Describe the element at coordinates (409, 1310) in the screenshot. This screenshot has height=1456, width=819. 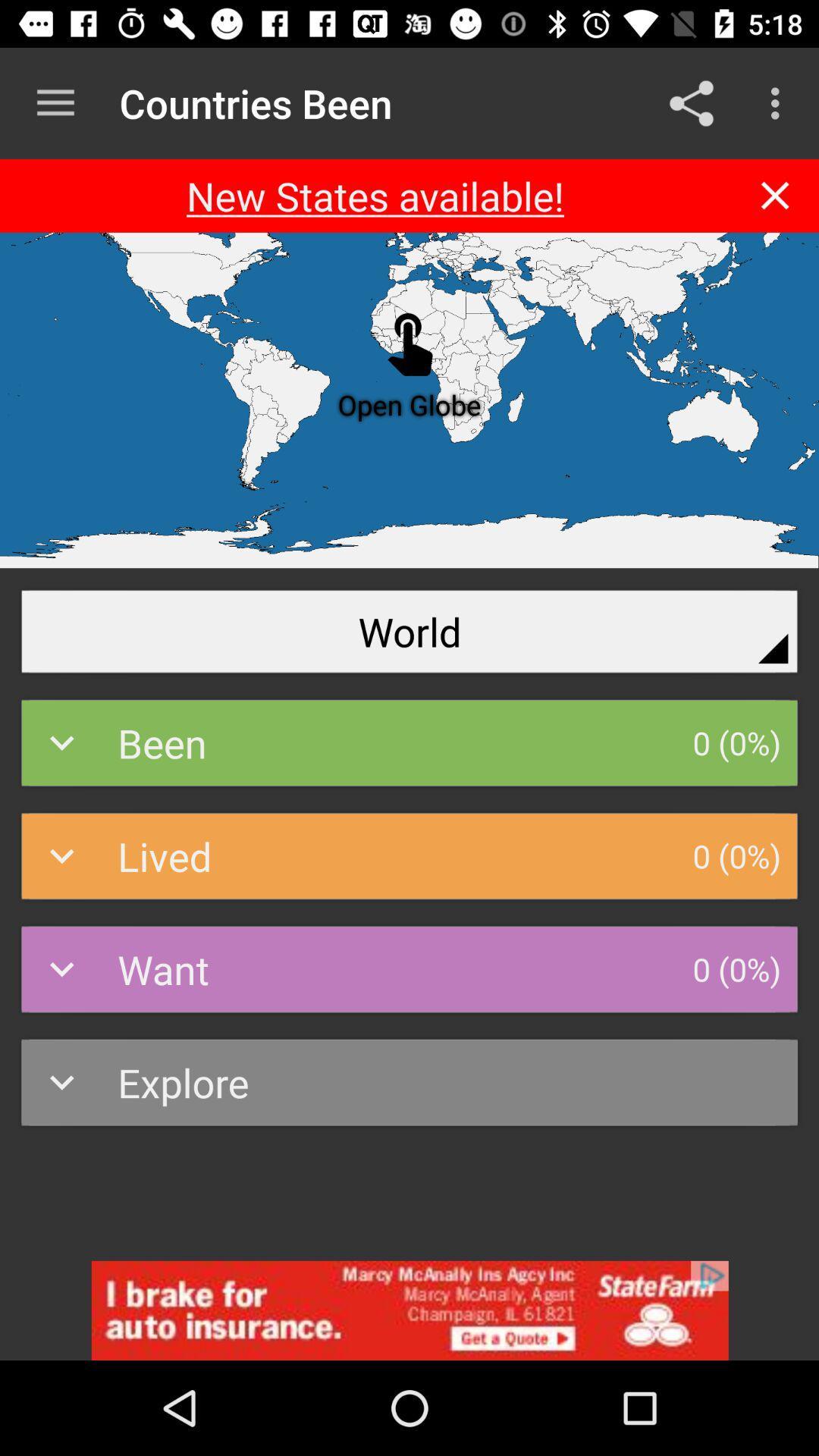
I see `advertisement page` at that location.